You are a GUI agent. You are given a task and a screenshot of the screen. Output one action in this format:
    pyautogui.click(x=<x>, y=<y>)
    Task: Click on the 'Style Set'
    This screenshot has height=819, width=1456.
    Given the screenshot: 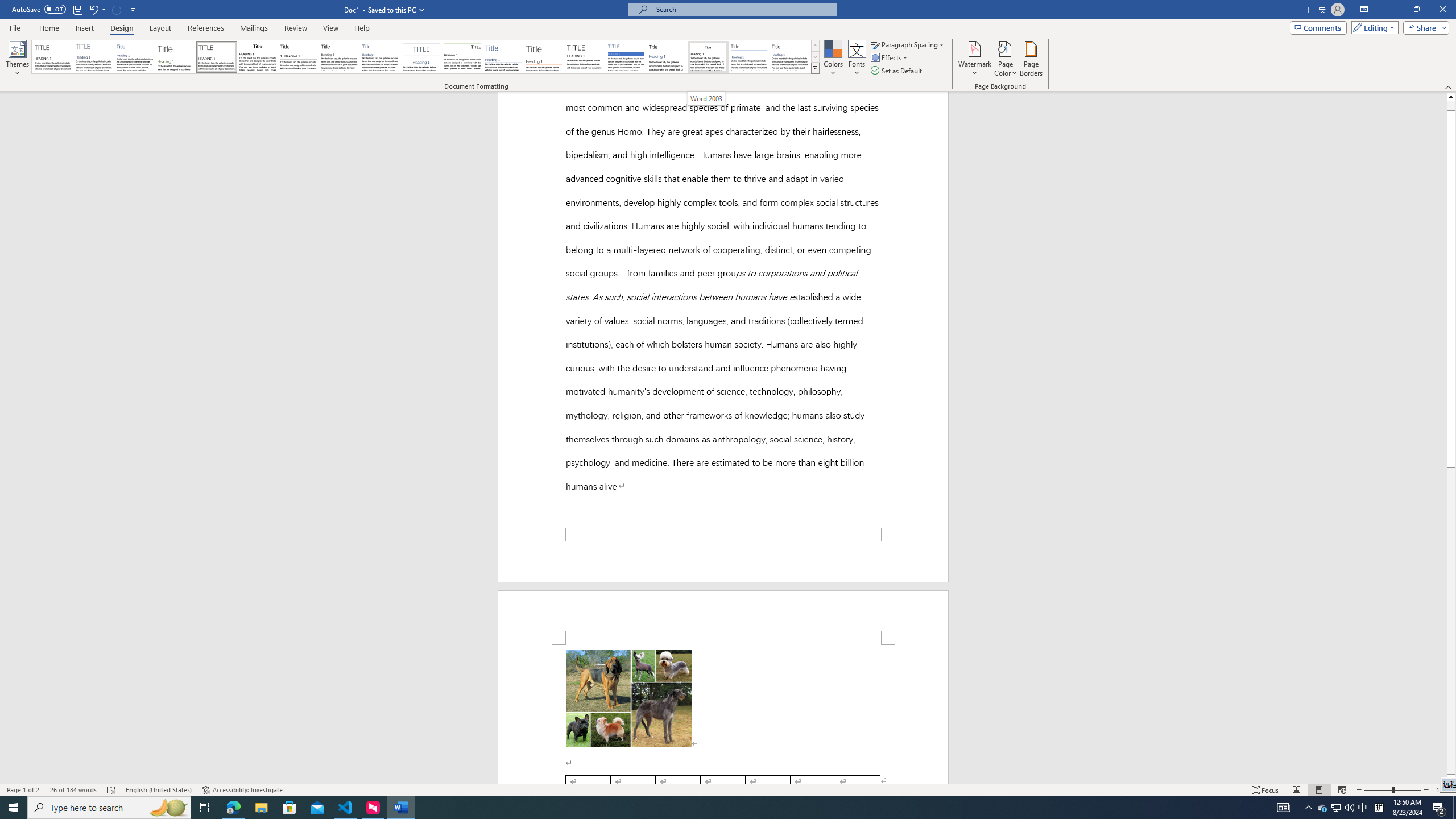 What is the action you would take?
    pyautogui.click(x=814, y=67)
    